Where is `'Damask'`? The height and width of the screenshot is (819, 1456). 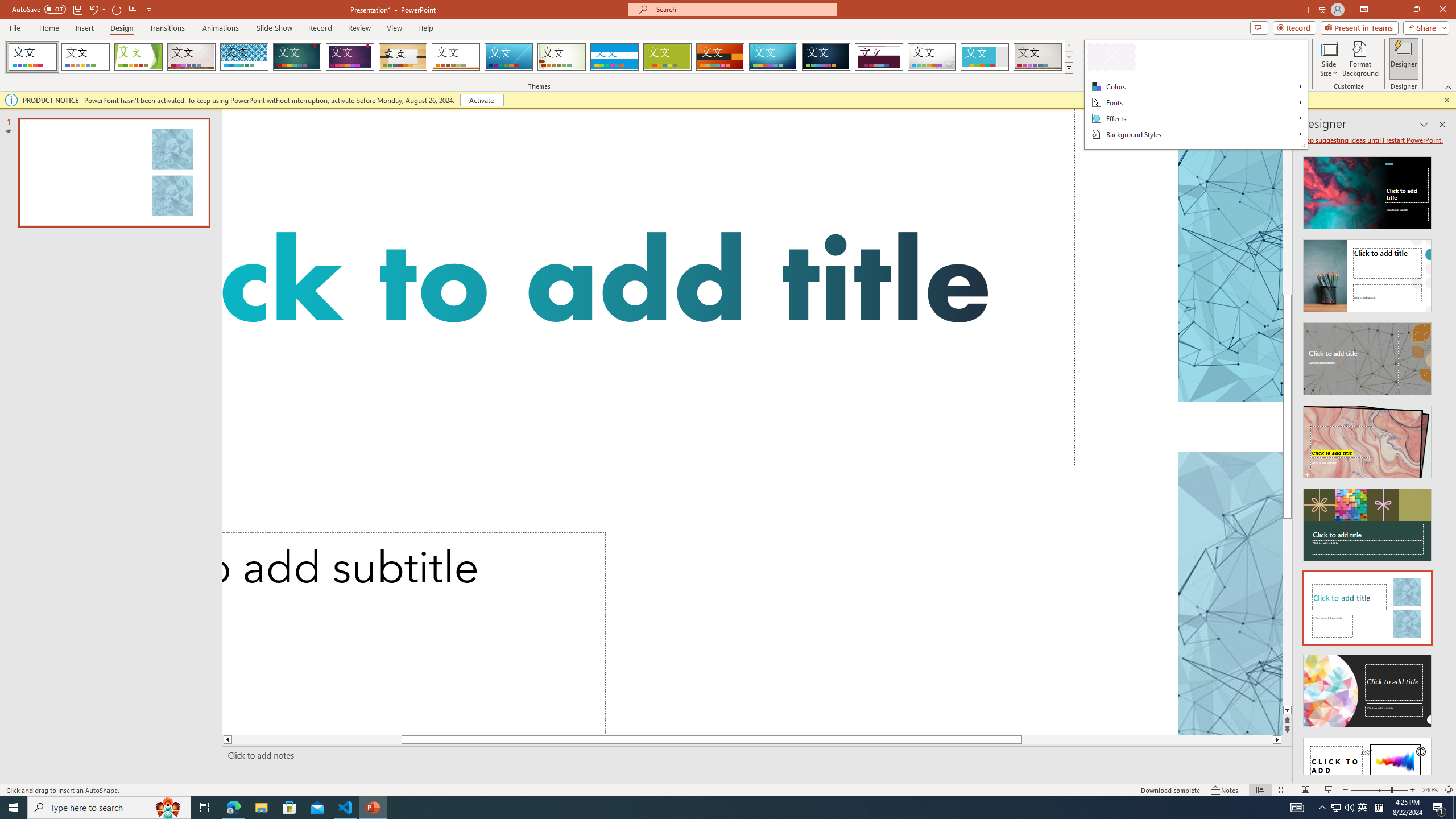 'Damask' is located at coordinates (825, 56).